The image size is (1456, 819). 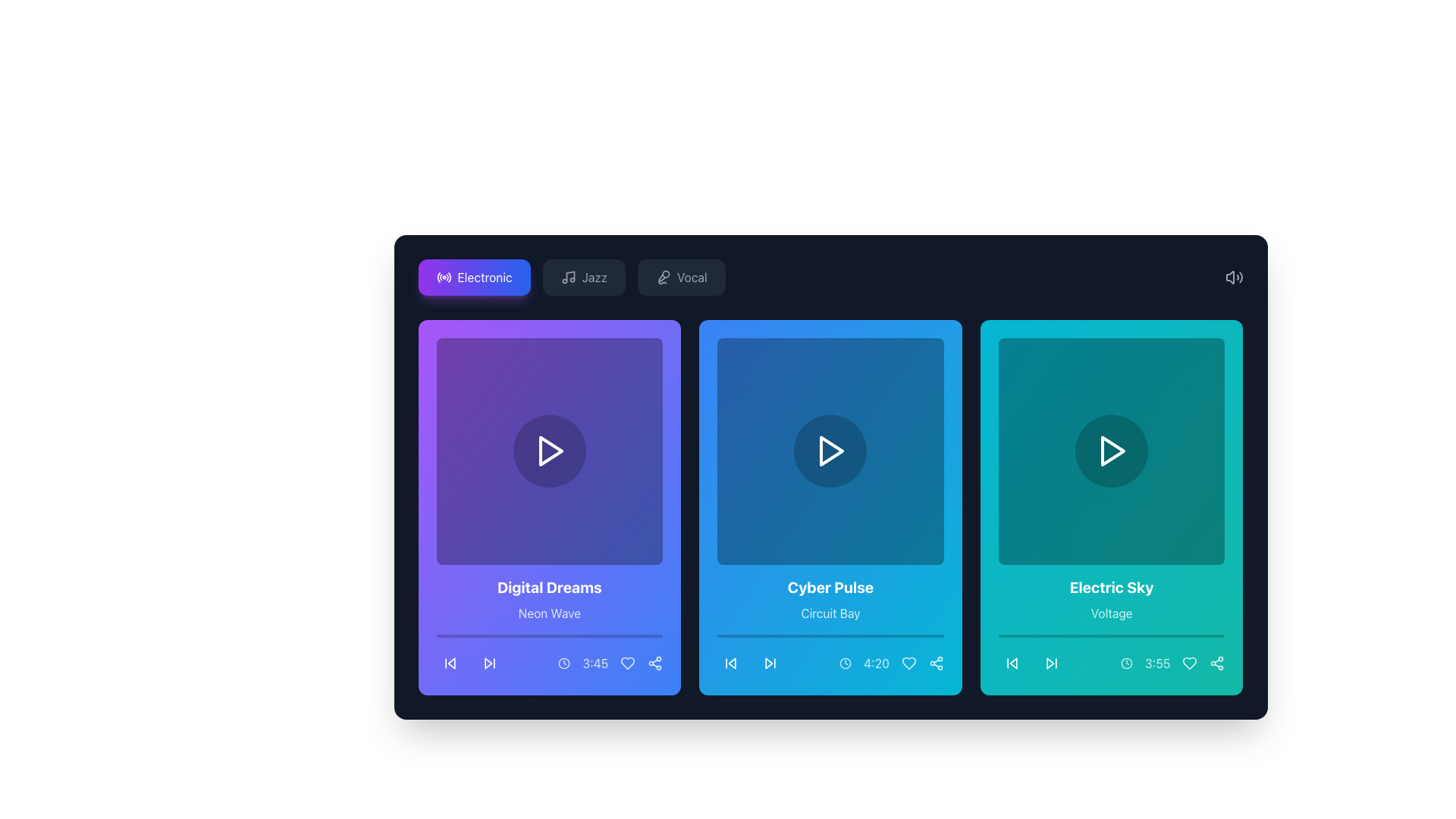 What do you see at coordinates (489, 662) in the screenshot?
I see `the skip-forward button, which is the second button in the playback controls of the 'Digital Dreams' card, to skip to the next item` at bounding box center [489, 662].